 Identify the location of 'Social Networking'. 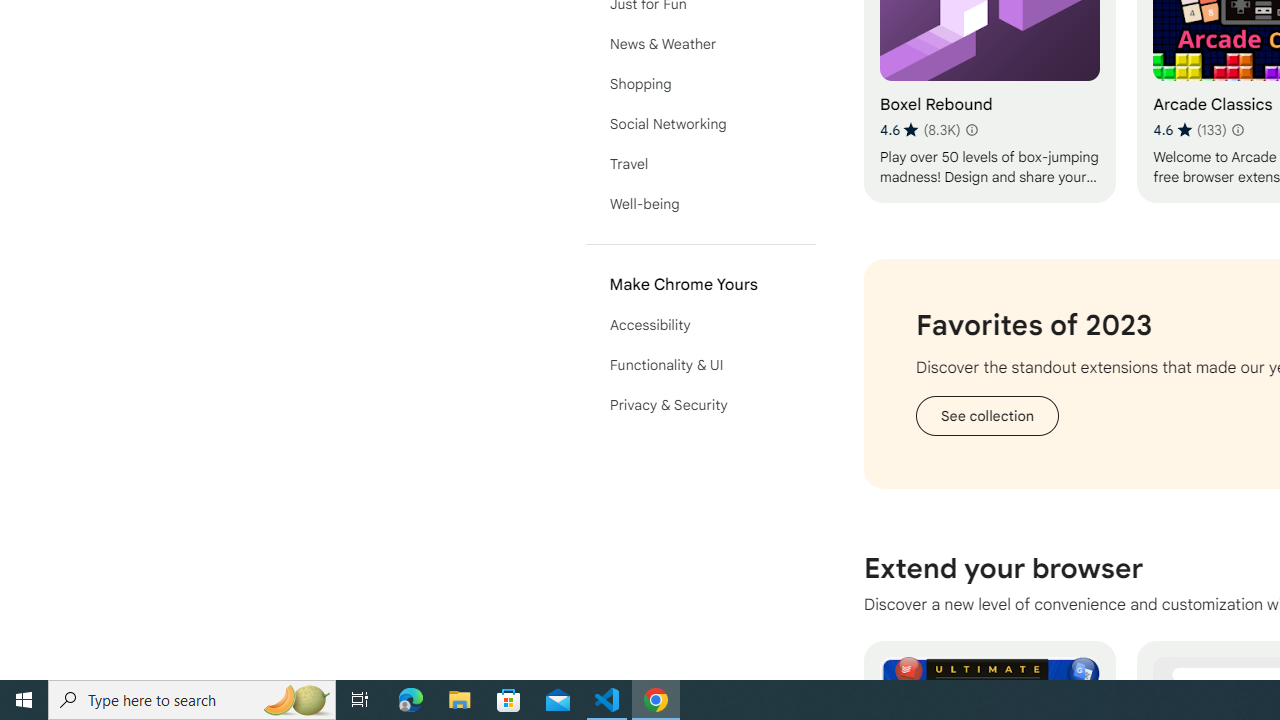
(700, 123).